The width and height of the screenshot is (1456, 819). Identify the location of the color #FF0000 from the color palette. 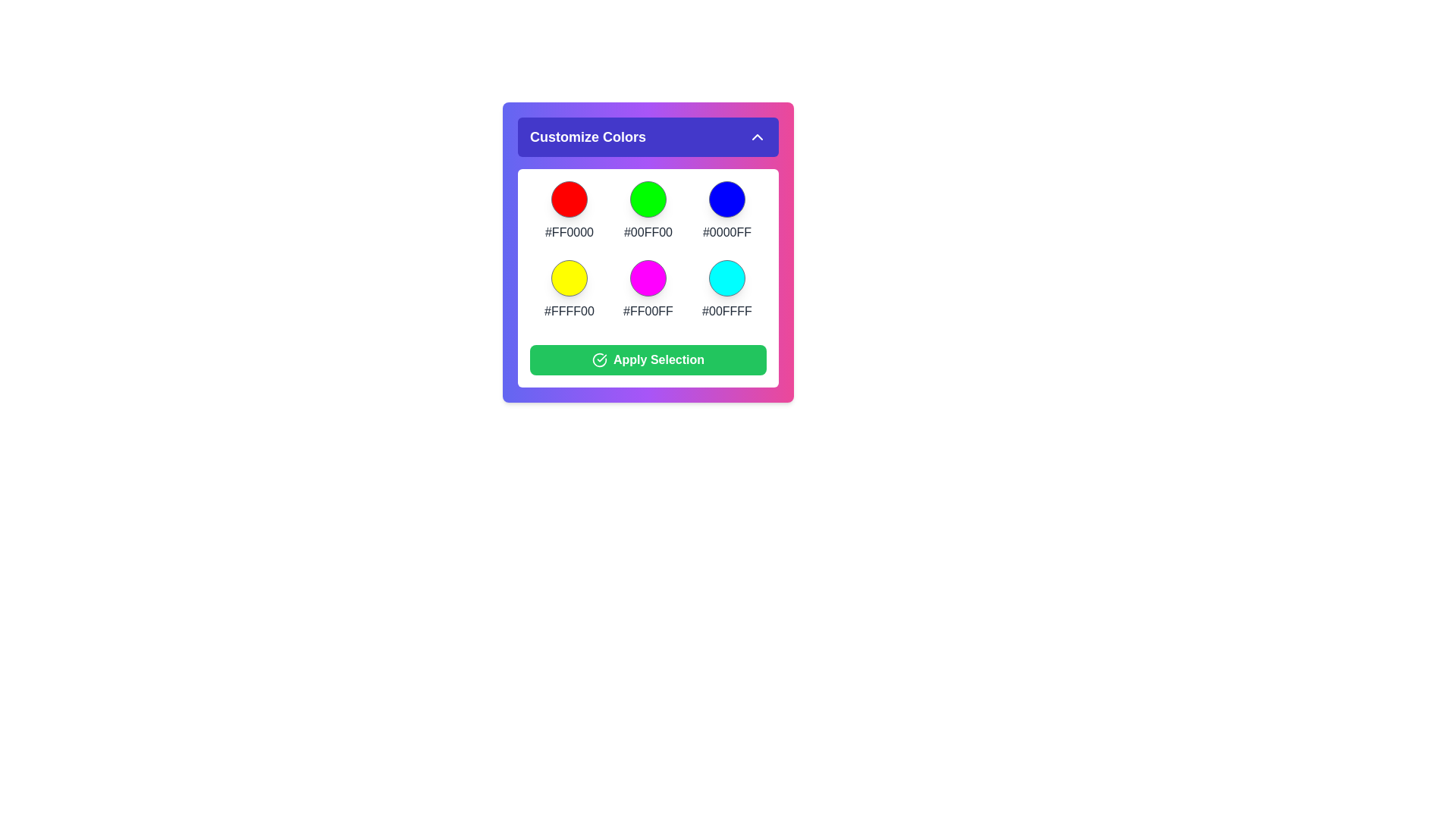
(568, 198).